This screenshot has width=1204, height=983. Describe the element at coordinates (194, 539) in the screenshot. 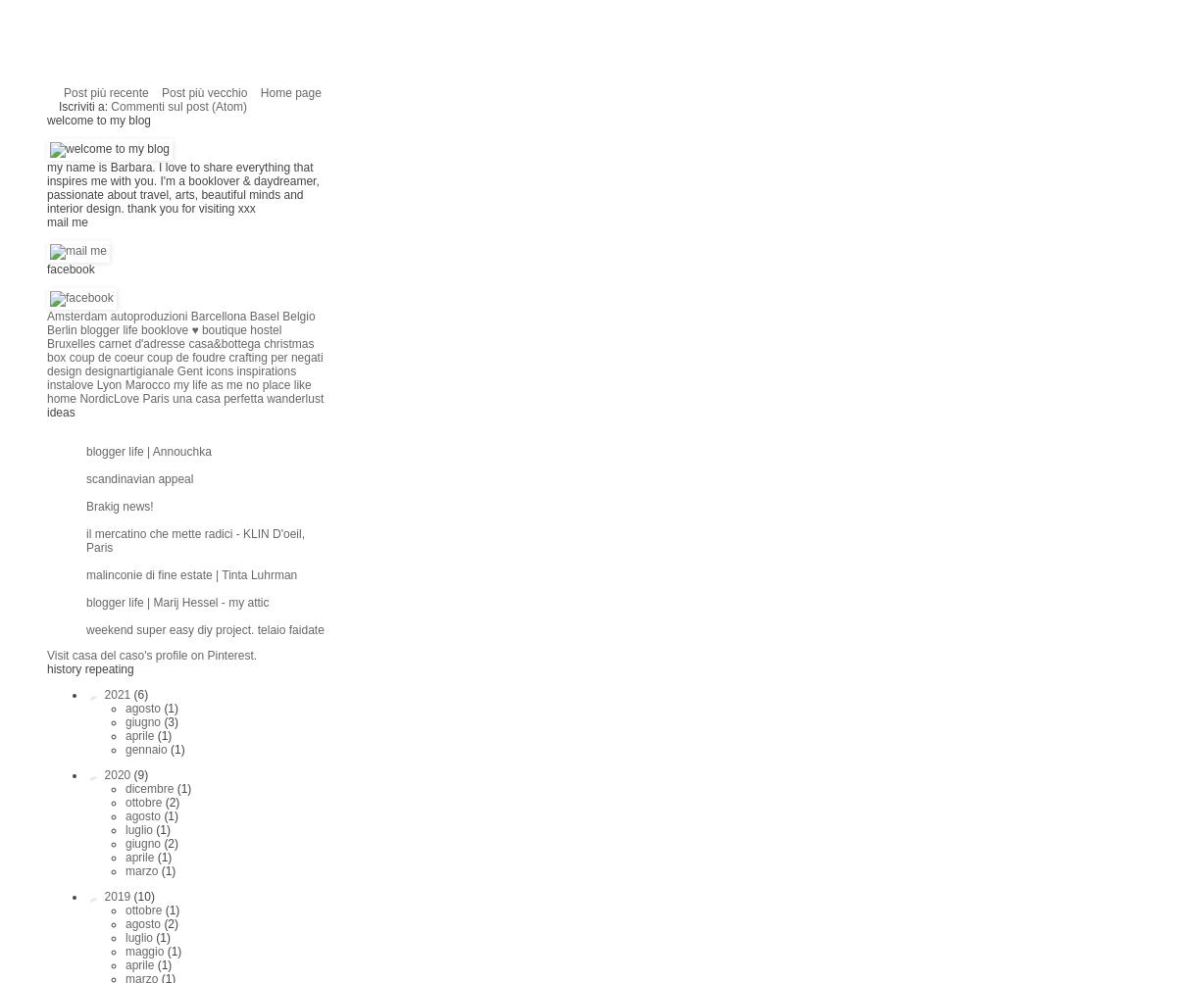

I see `'il mercatino che mette radici - KLIN D'oeil, Paris'` at that location.